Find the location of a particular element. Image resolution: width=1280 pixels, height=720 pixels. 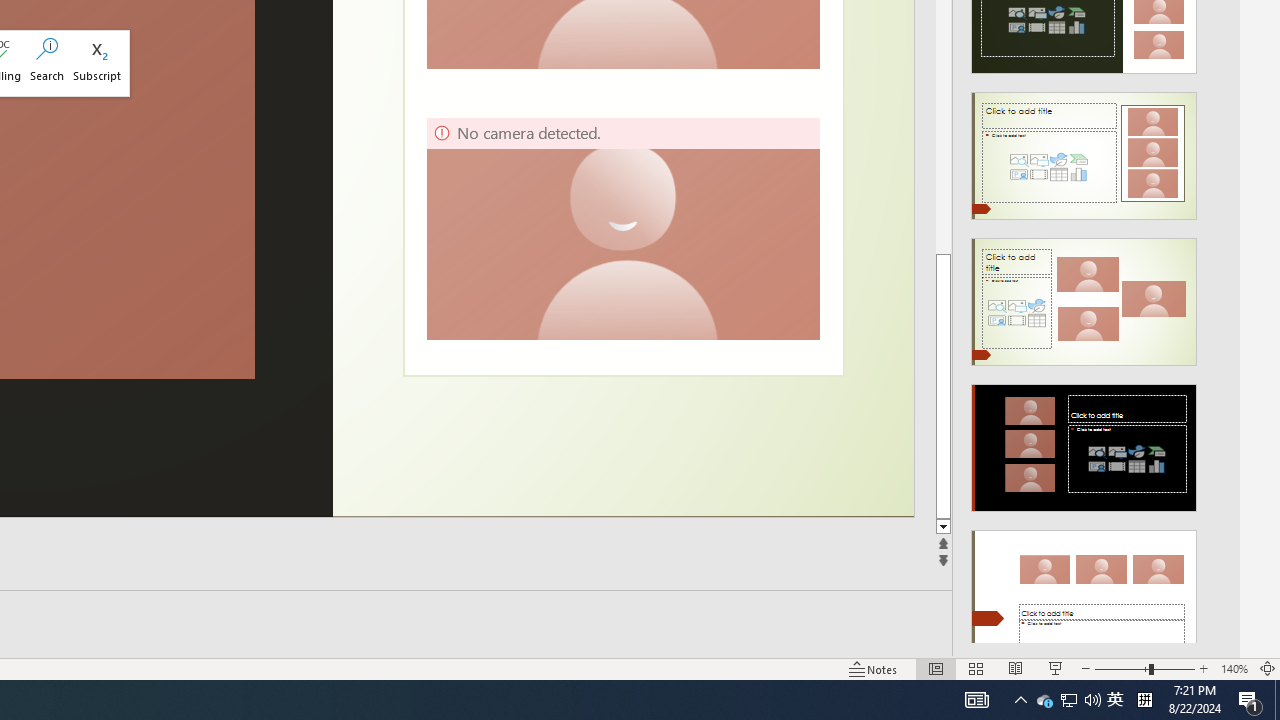

'Zoom 140%' is located at coordinates (1233, 669).